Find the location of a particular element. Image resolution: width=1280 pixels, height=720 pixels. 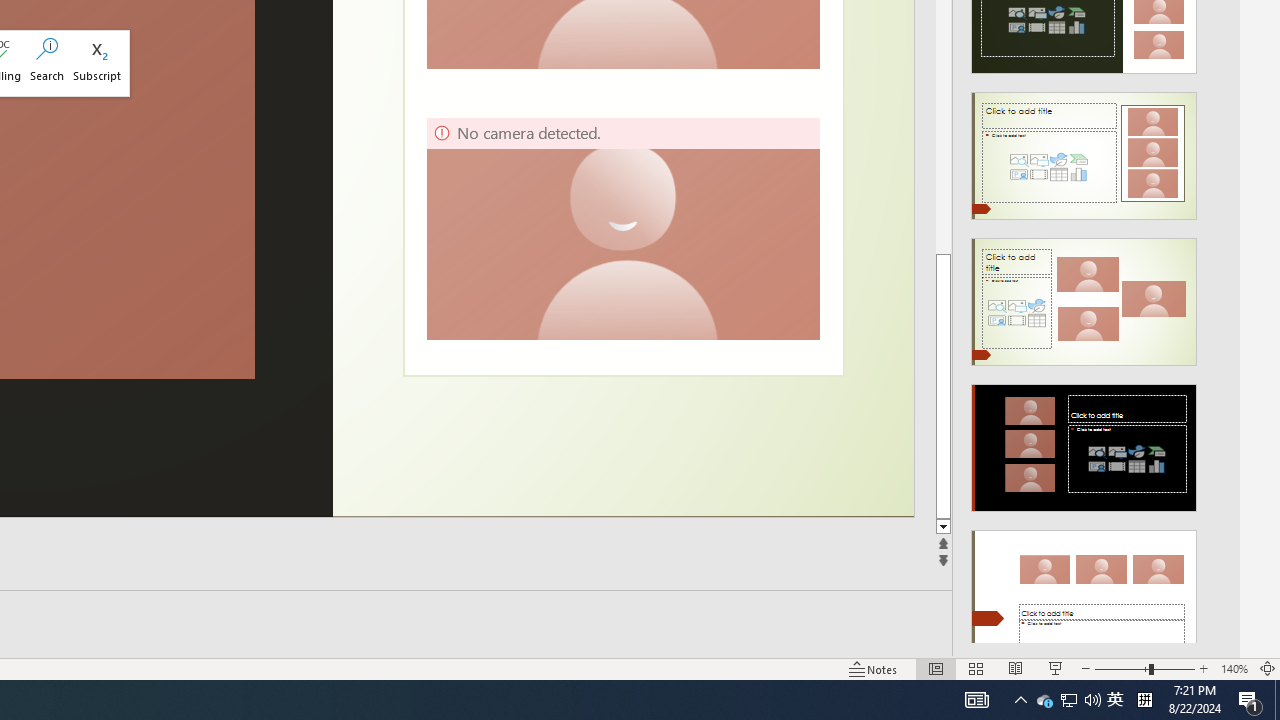

'Zoom 140%' is located at coordinates (1233, 669).